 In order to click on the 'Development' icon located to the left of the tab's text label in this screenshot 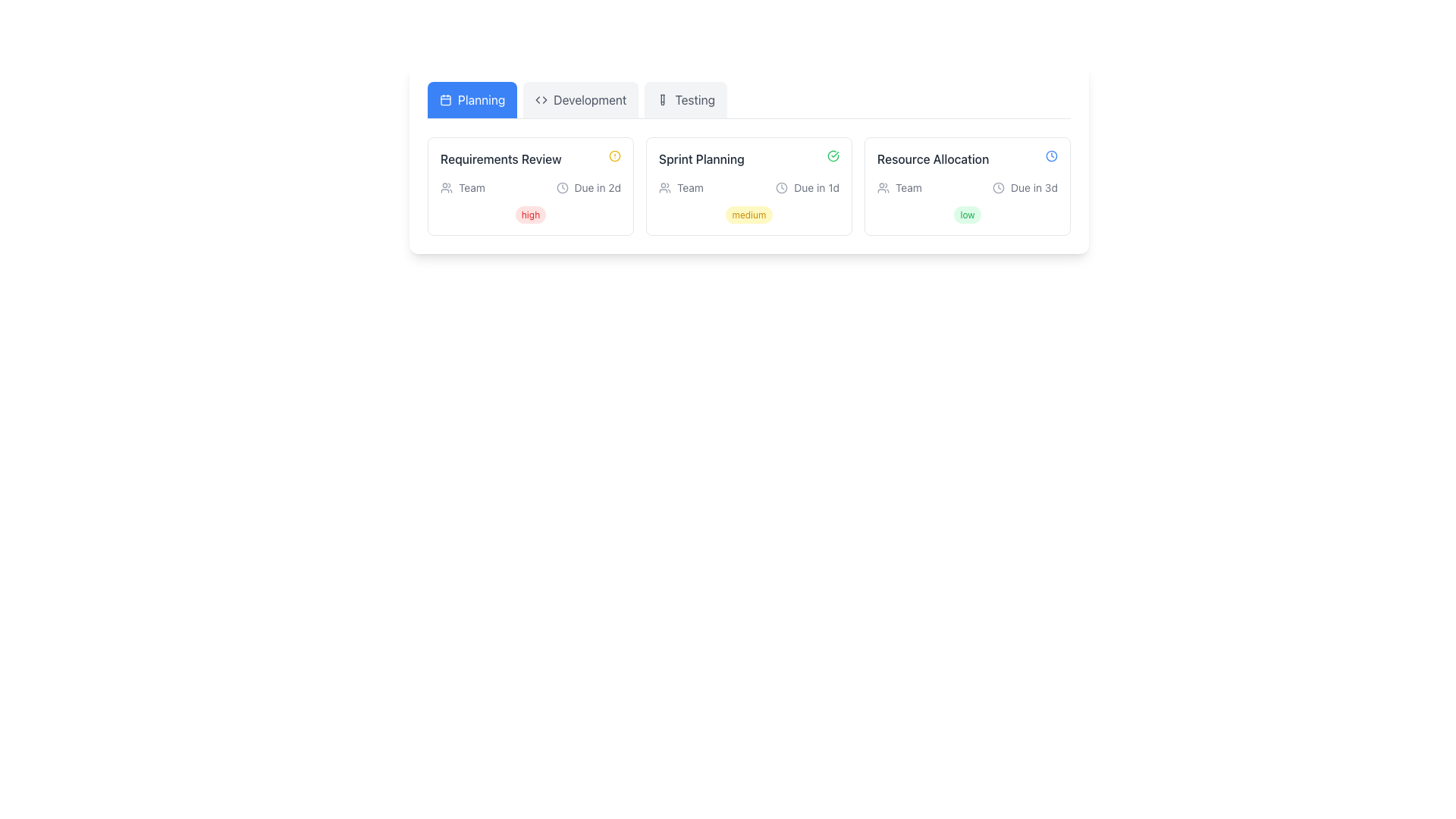, I will do `click(541, 99)`.